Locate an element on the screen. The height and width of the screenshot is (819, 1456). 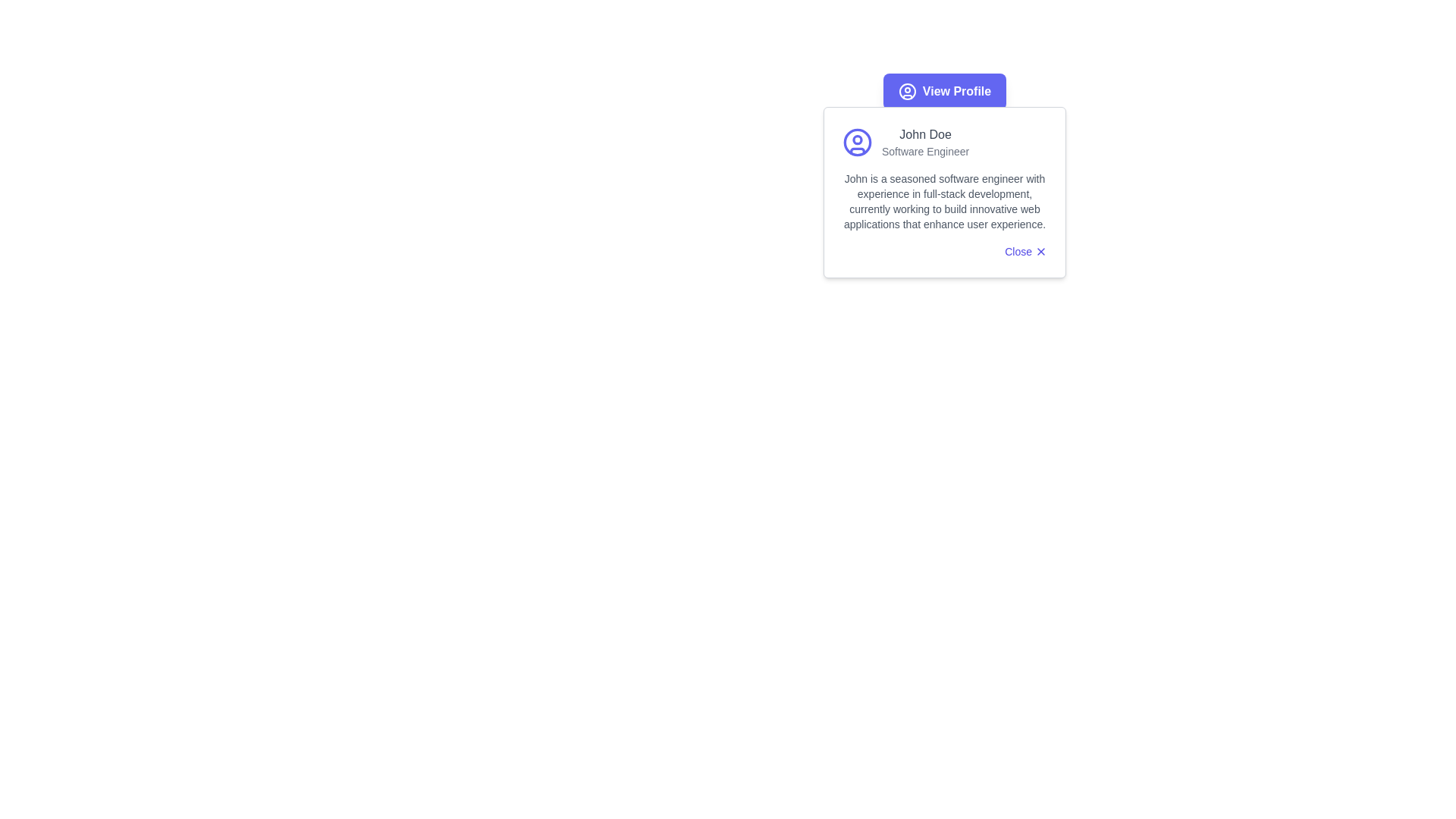
the Text Label displaying 'John Doe', which is styled in gray and slightly bold, located above the subtitle 'Software Engineer' in a card layout is located at coordinates (924, 133).